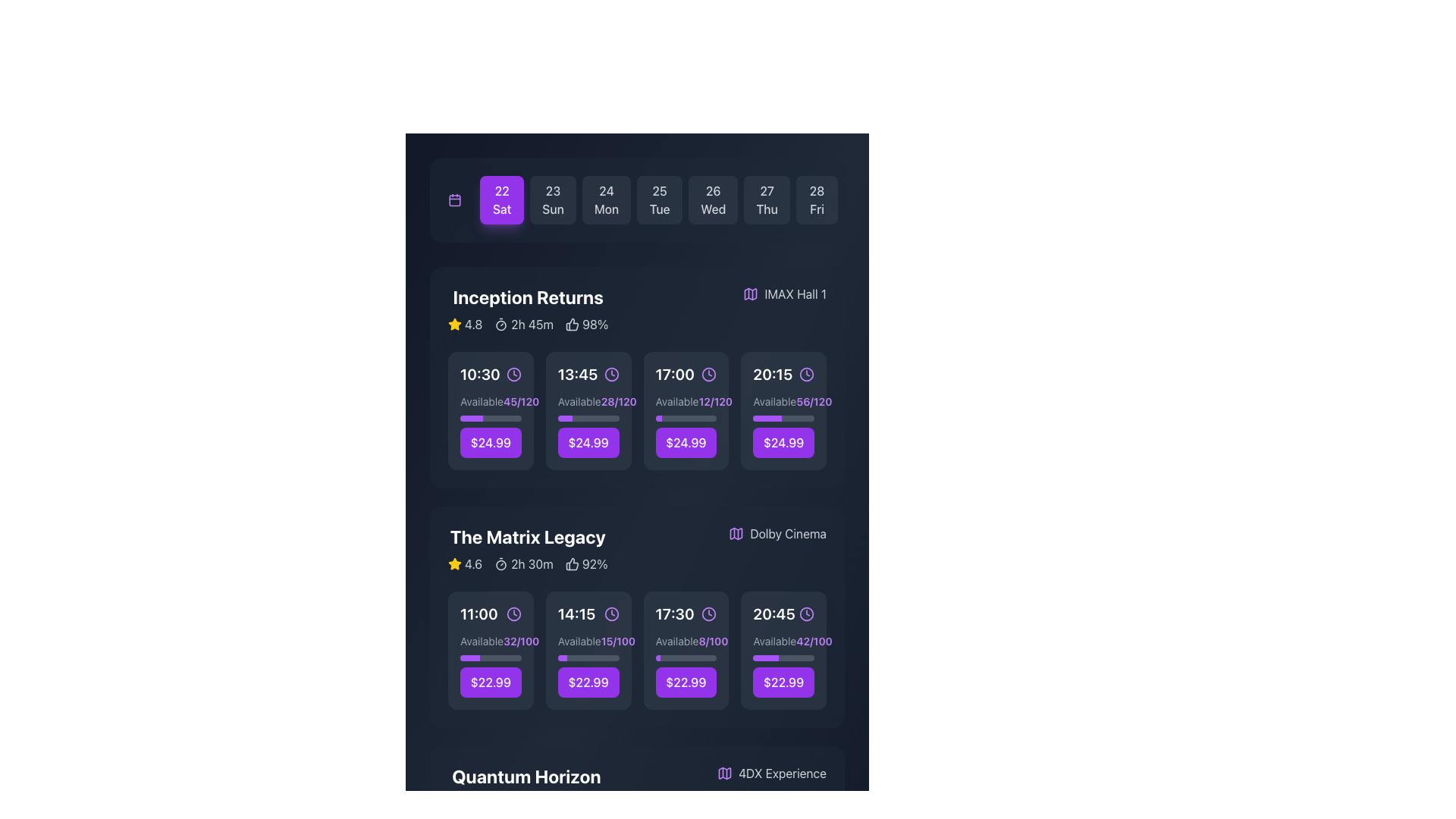 This screenshot has width=1456, height=819. I want to click on the button displaying '24' in bold white numerals and 'Mon' below it, located centrally in the second row of date buttons, so click(607, 199).